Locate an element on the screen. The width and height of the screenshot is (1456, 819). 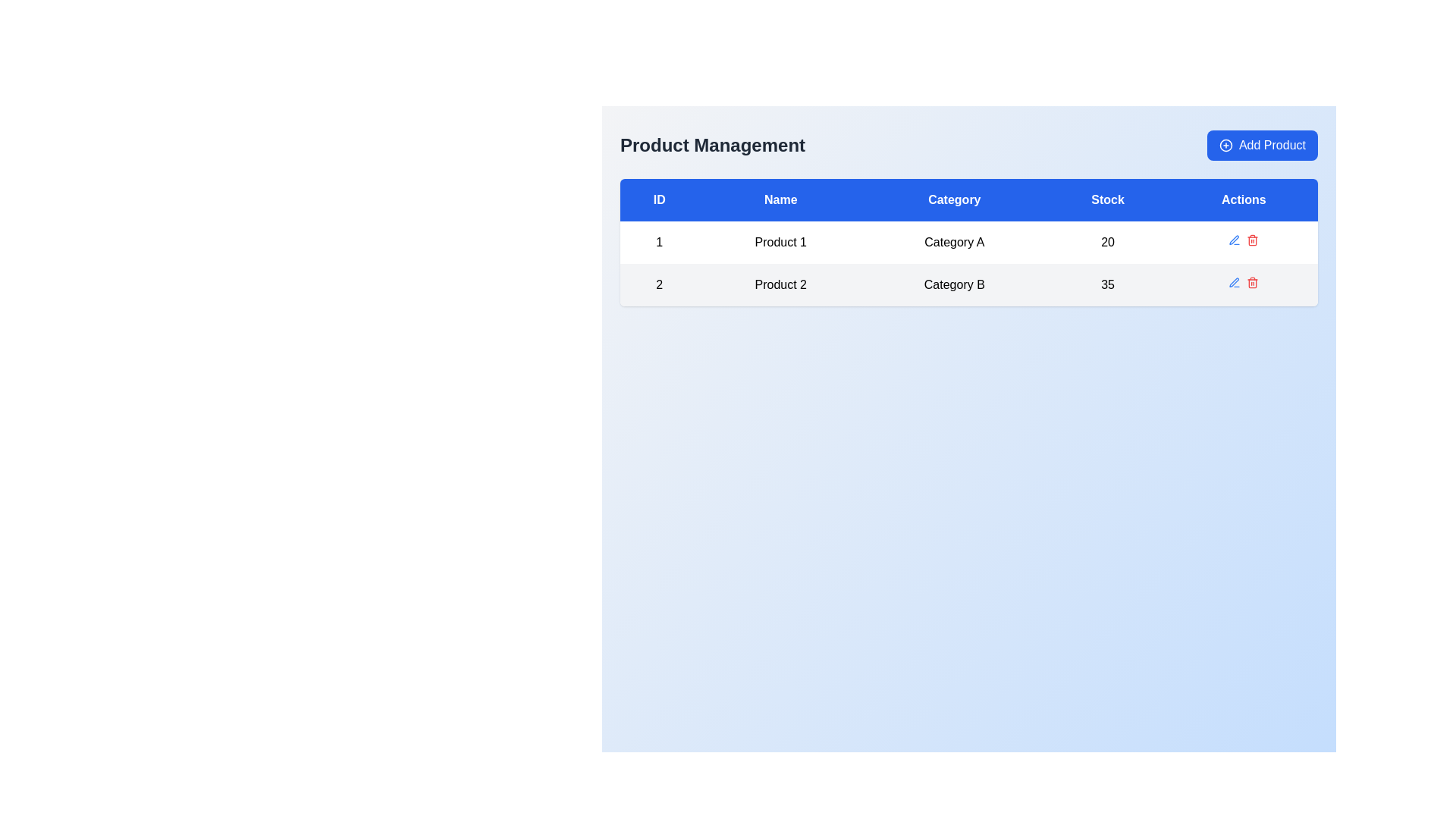
the first cell in the first row of the table under the 'ID' column, which serves as an identifier for the associated product is located at coordinates (659, 242).